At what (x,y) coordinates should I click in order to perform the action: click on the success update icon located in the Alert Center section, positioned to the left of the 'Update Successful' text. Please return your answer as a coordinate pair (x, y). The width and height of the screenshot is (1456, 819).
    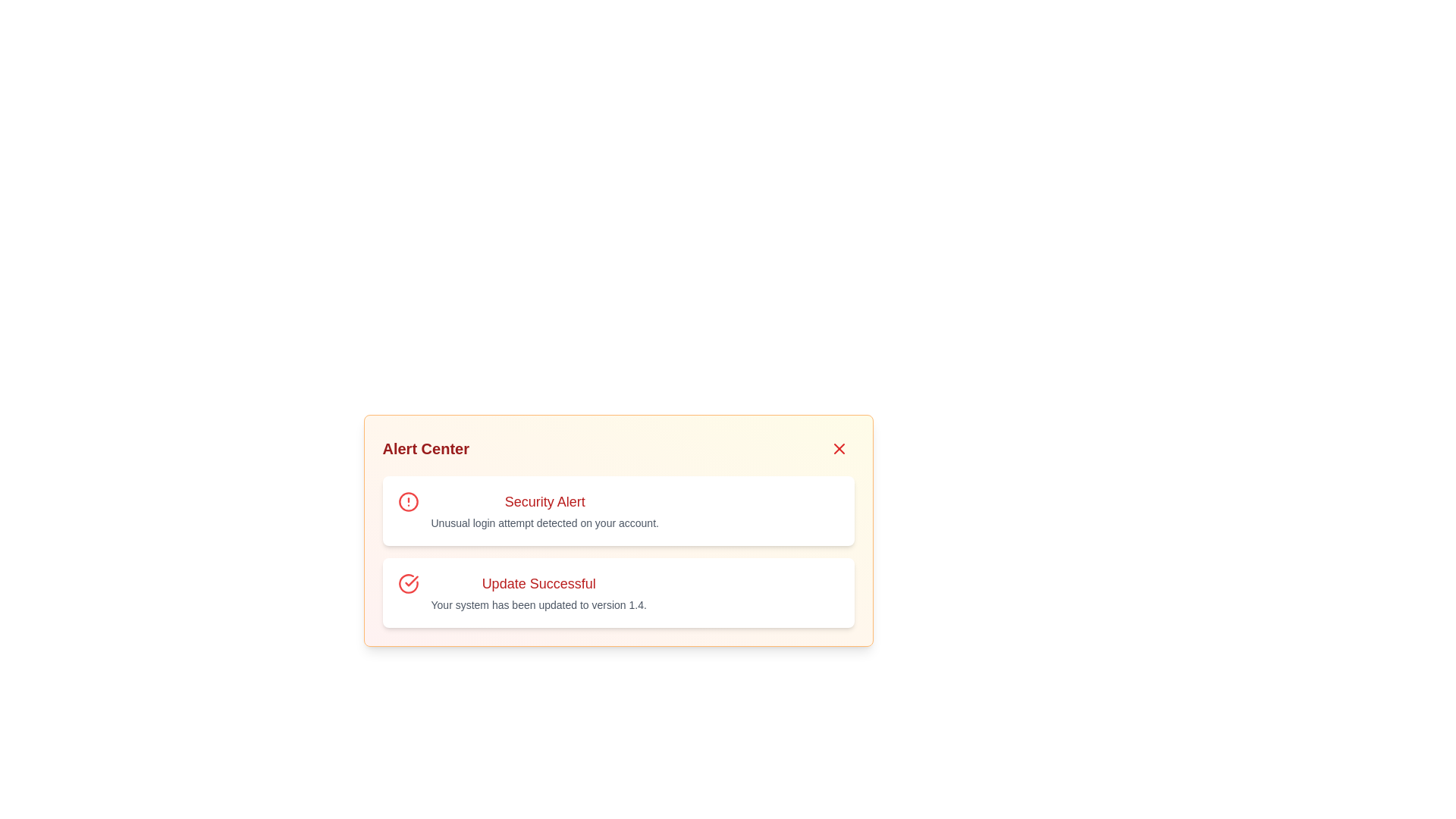
    Looking at the image, I should click on (411, 580).